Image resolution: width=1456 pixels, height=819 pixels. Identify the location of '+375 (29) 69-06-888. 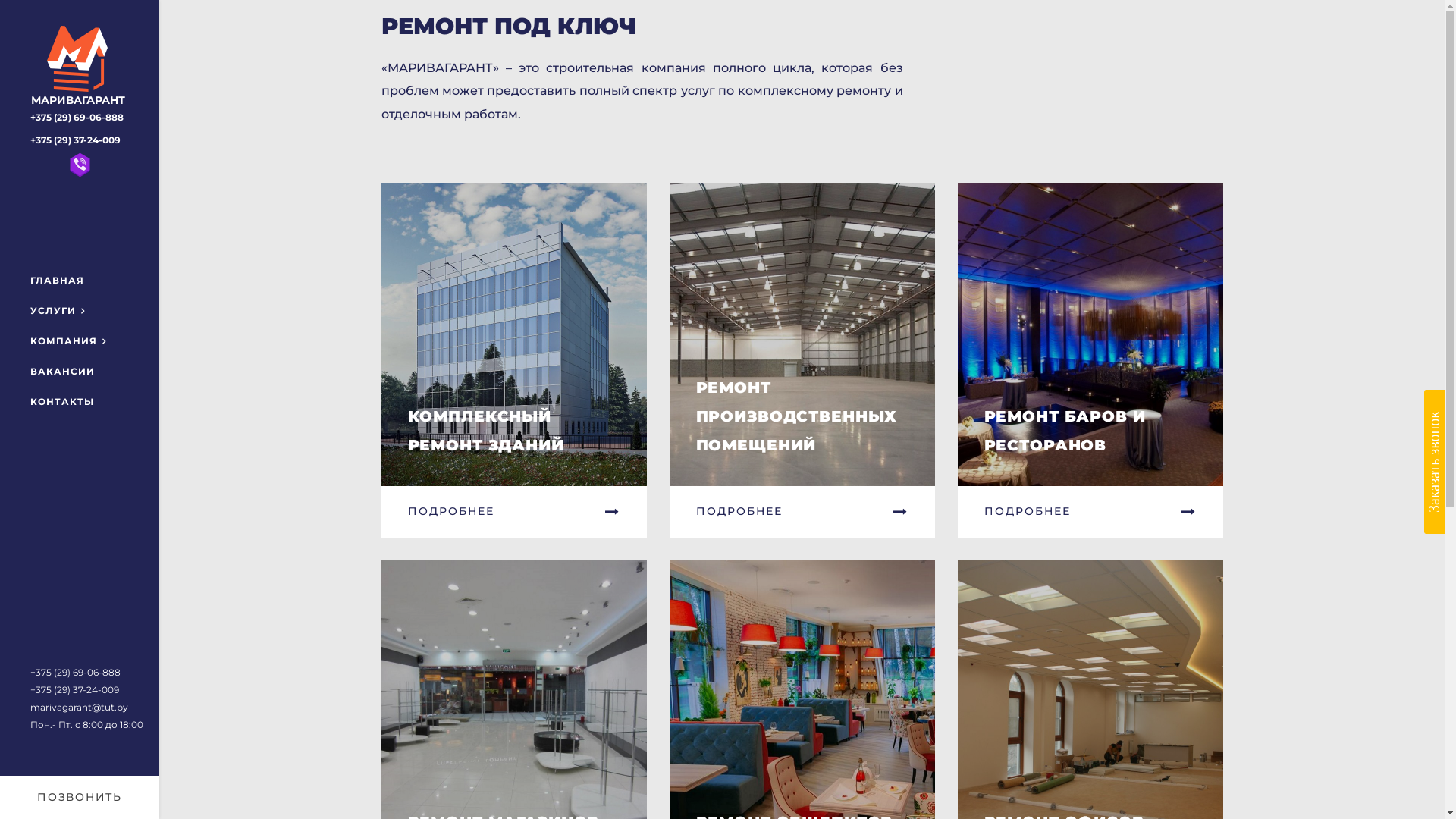
(76, 127).